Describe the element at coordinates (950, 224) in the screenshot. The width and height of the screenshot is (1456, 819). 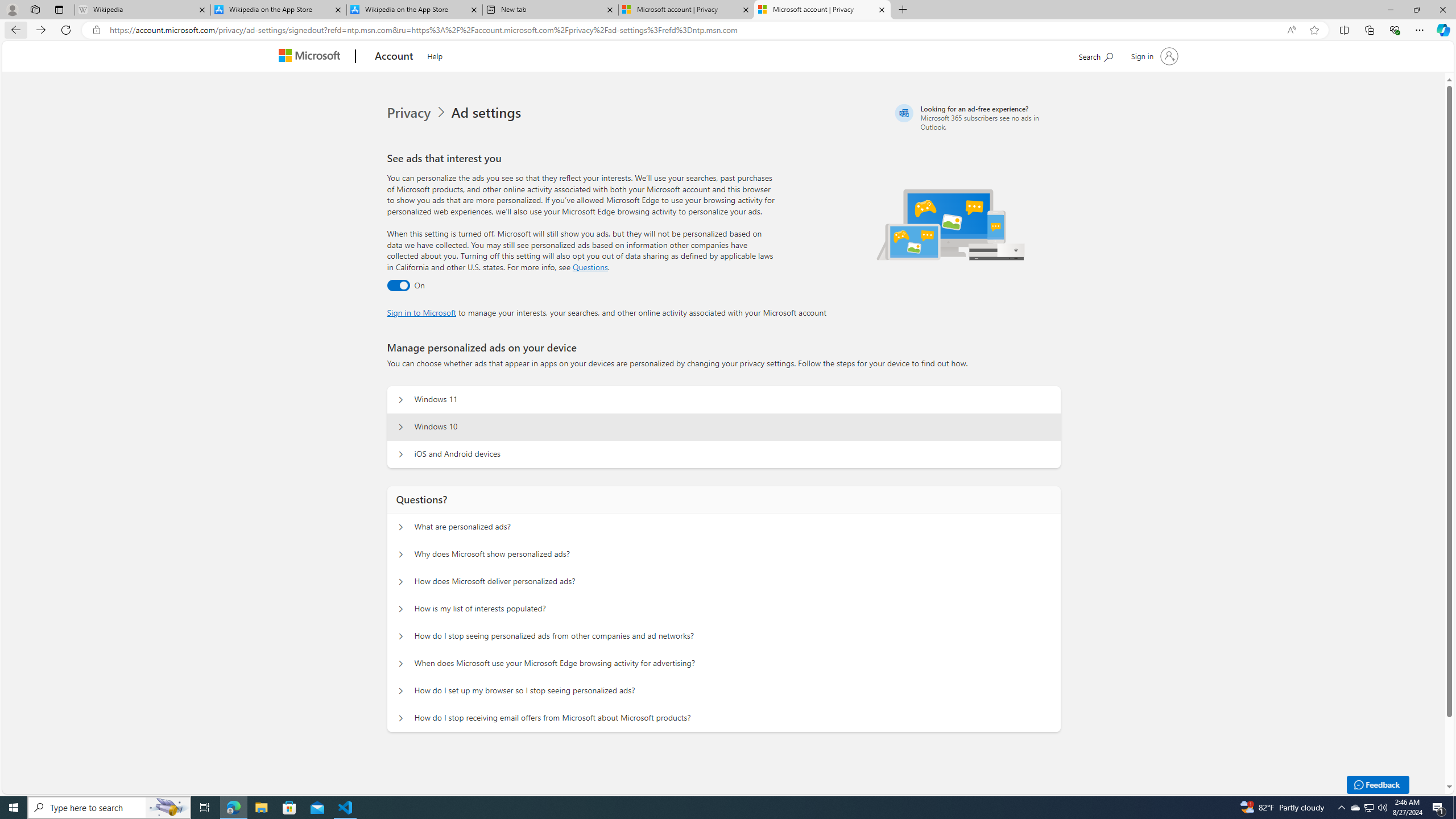
I see `'Illustration of multiple devices'` at that location.